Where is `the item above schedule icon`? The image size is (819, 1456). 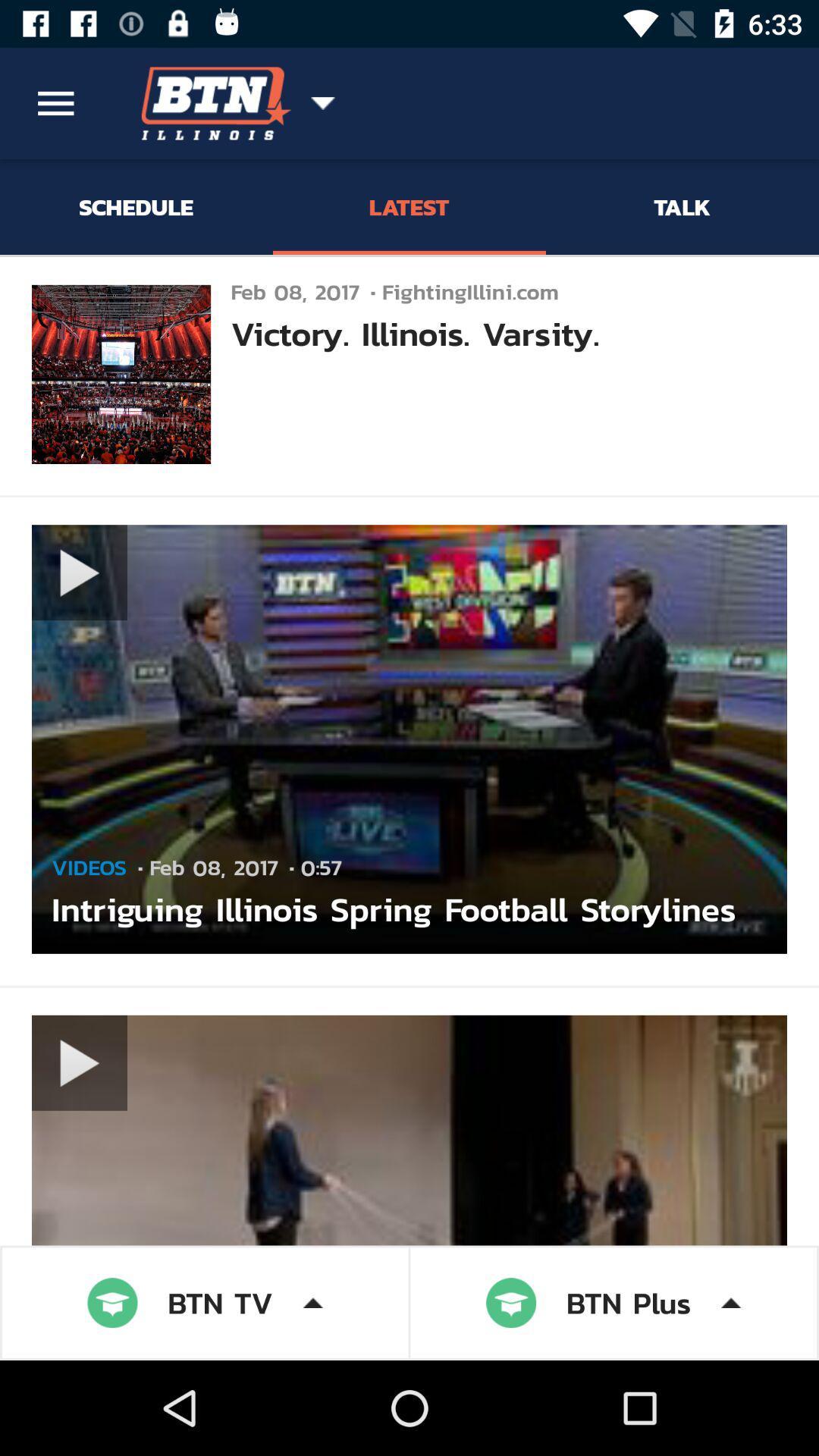 the item above schedule icon is located at coordinates (55, 102).